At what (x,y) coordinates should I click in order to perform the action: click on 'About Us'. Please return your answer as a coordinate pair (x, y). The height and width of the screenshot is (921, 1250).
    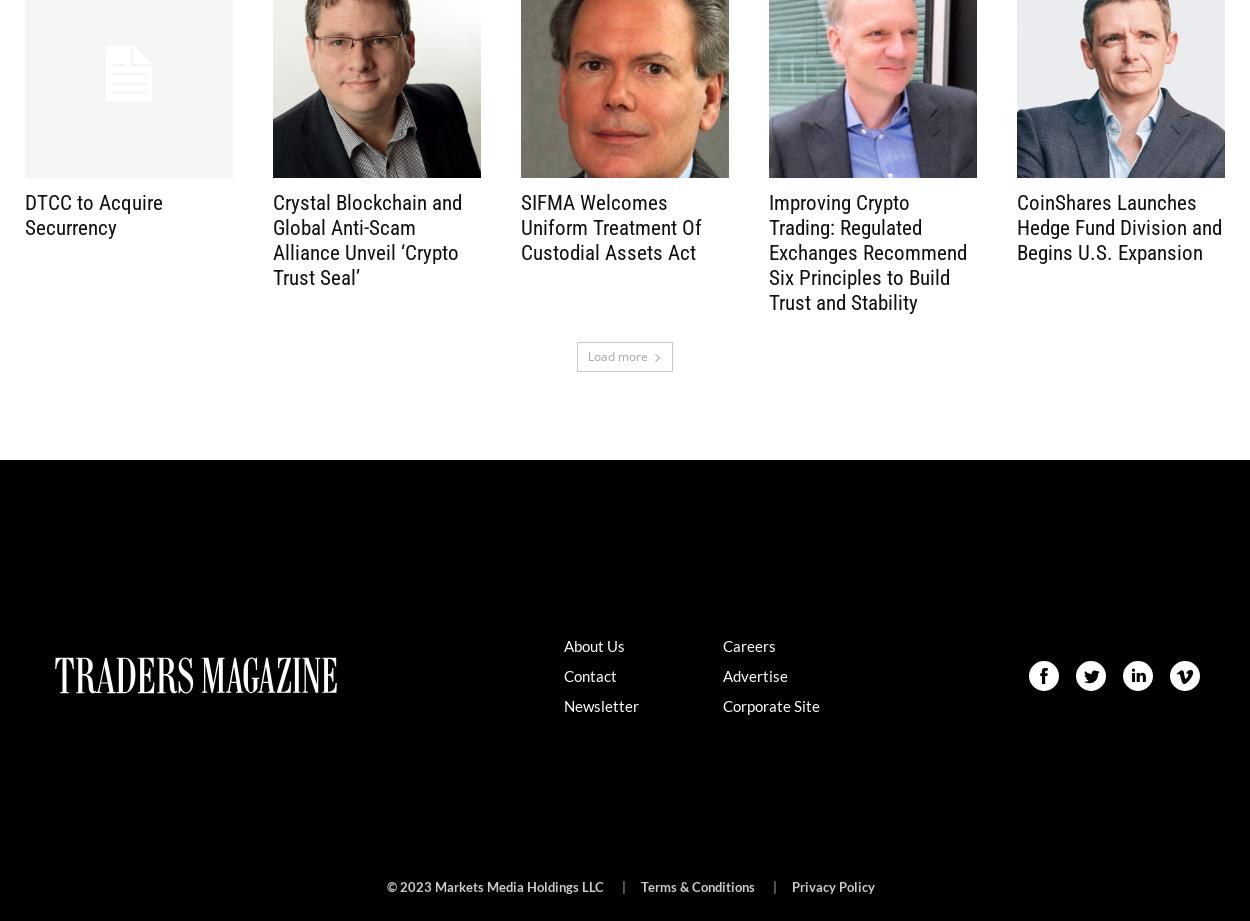
    Looking at the image, I should click on (592, 644).